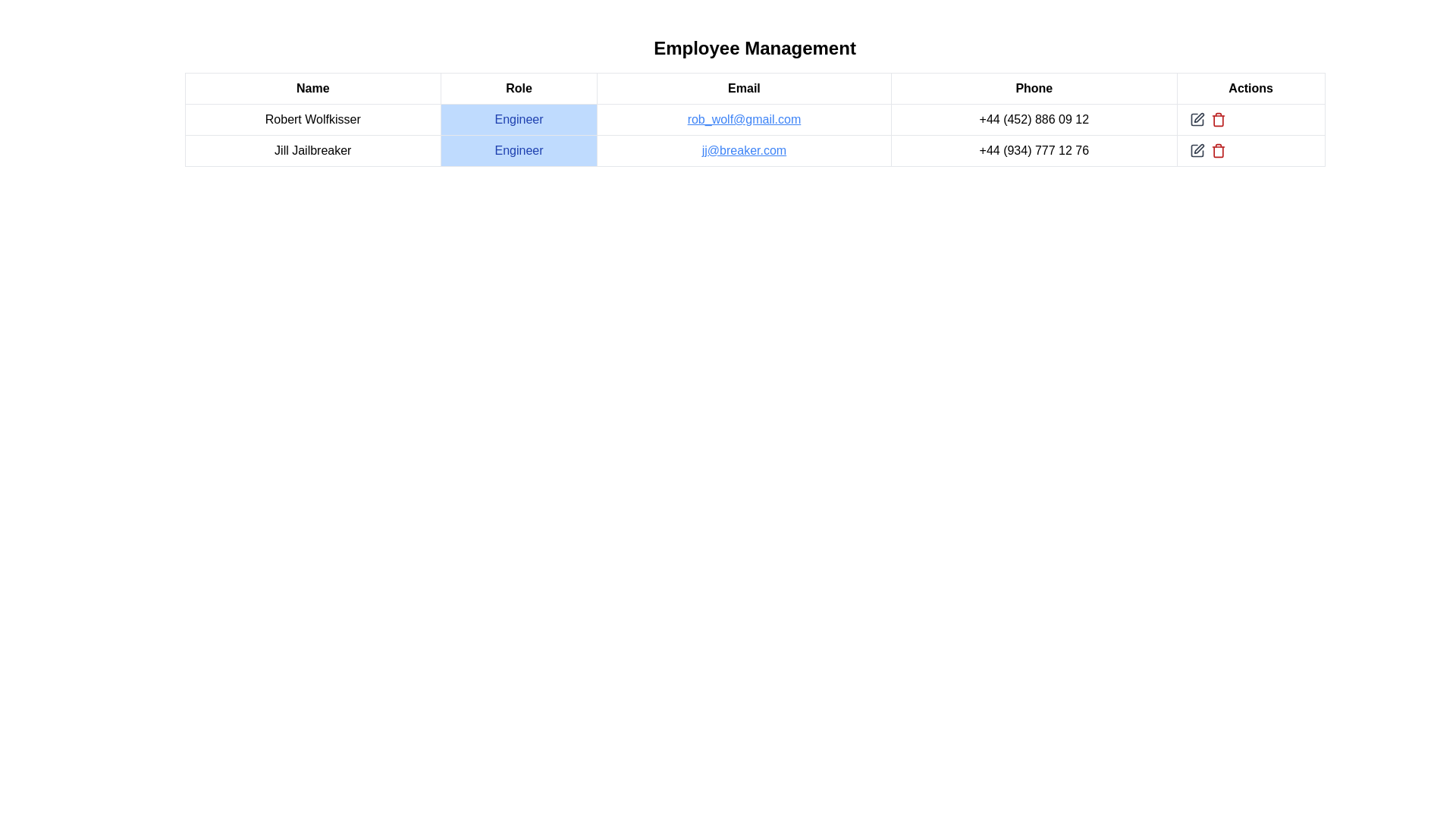  Describe the element at coordinates (1250, 88) in the screenshot. I see `the Table Header Cell containing the bold text 'Actions', which is the fifth column header in the table` at that location.